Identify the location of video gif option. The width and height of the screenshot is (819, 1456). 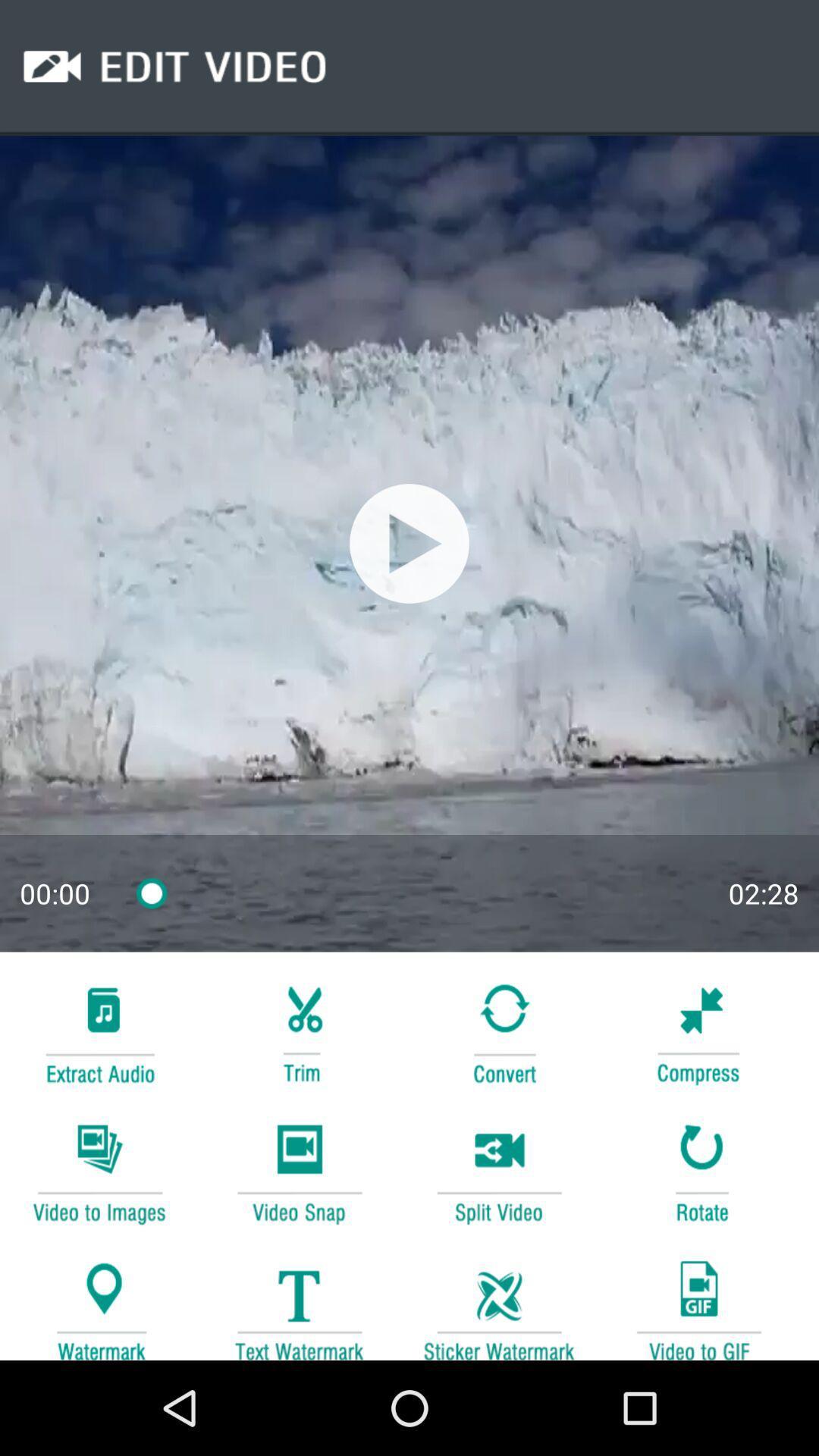
(698, 1302).